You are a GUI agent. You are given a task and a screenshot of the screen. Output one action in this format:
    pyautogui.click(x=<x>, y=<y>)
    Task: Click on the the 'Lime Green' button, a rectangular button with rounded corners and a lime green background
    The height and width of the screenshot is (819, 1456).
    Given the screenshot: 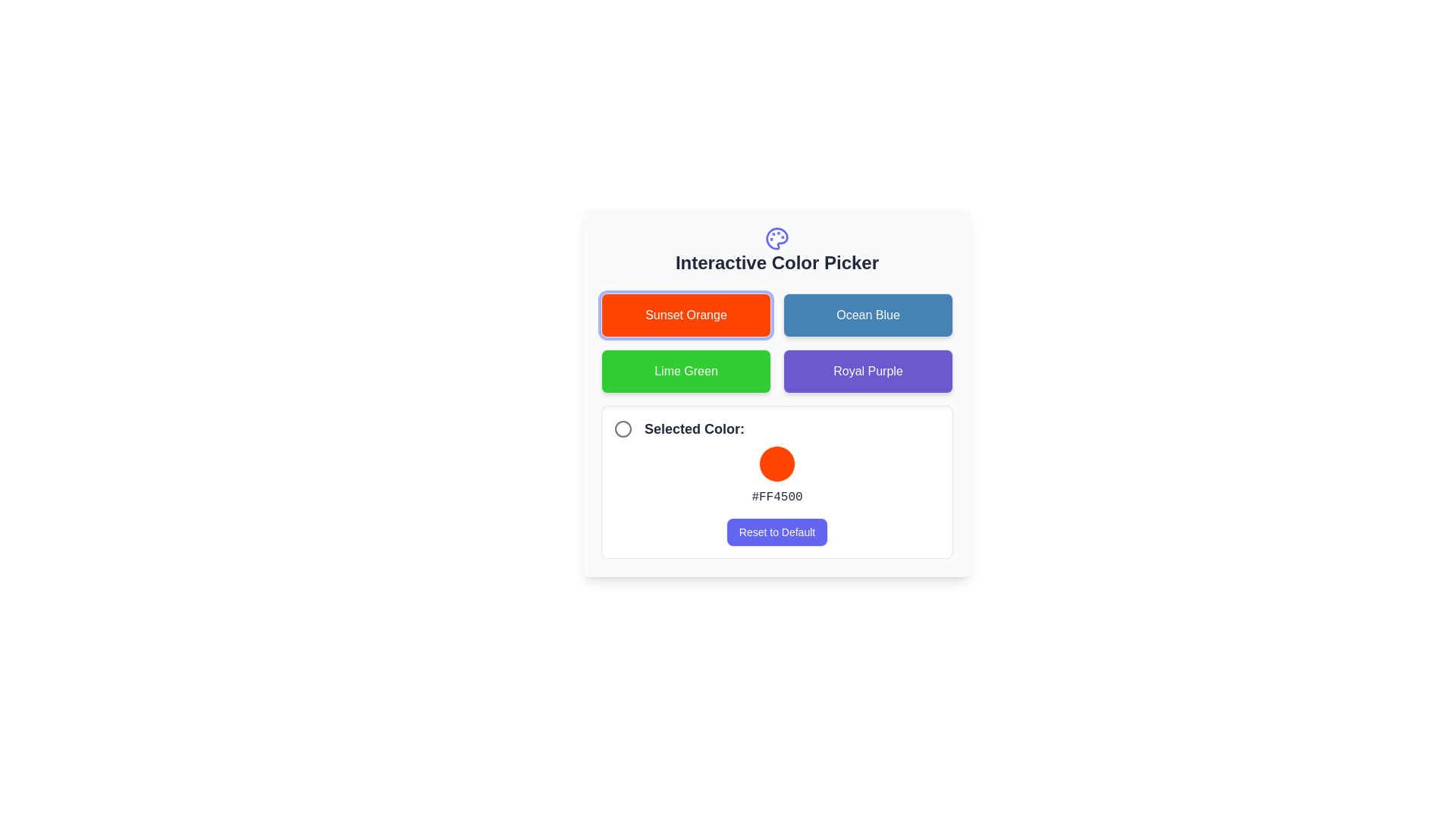 What is the action you would take?
    pyautogui.click(x=686, y=371)
    